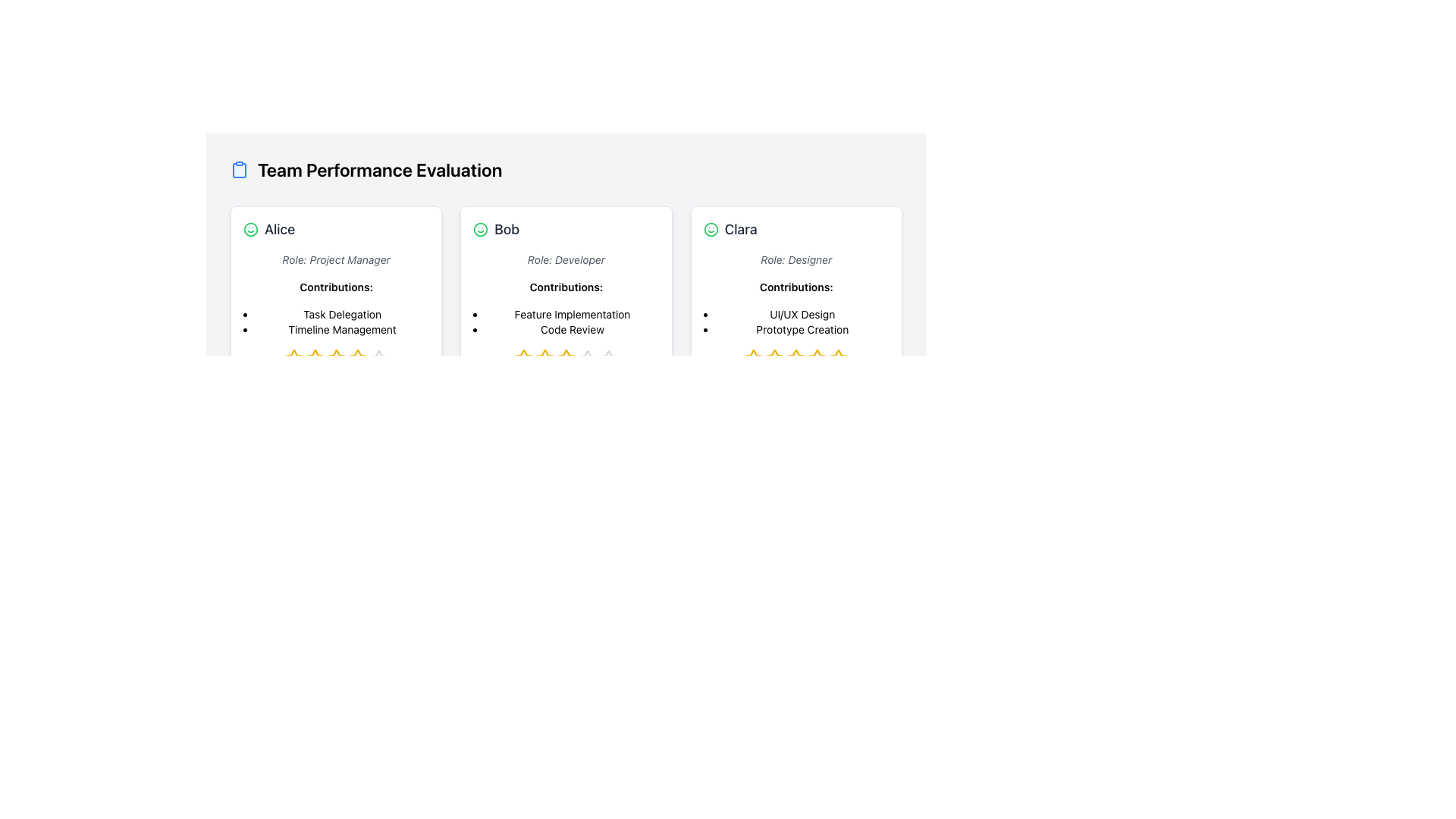  I want to click on the text label that indicates the job role 'Developer' for 'Bob', which is located in the card labeled 'Bob', situated between the name 'Bob' and the 'Contributions:' section, so click(566, 259).